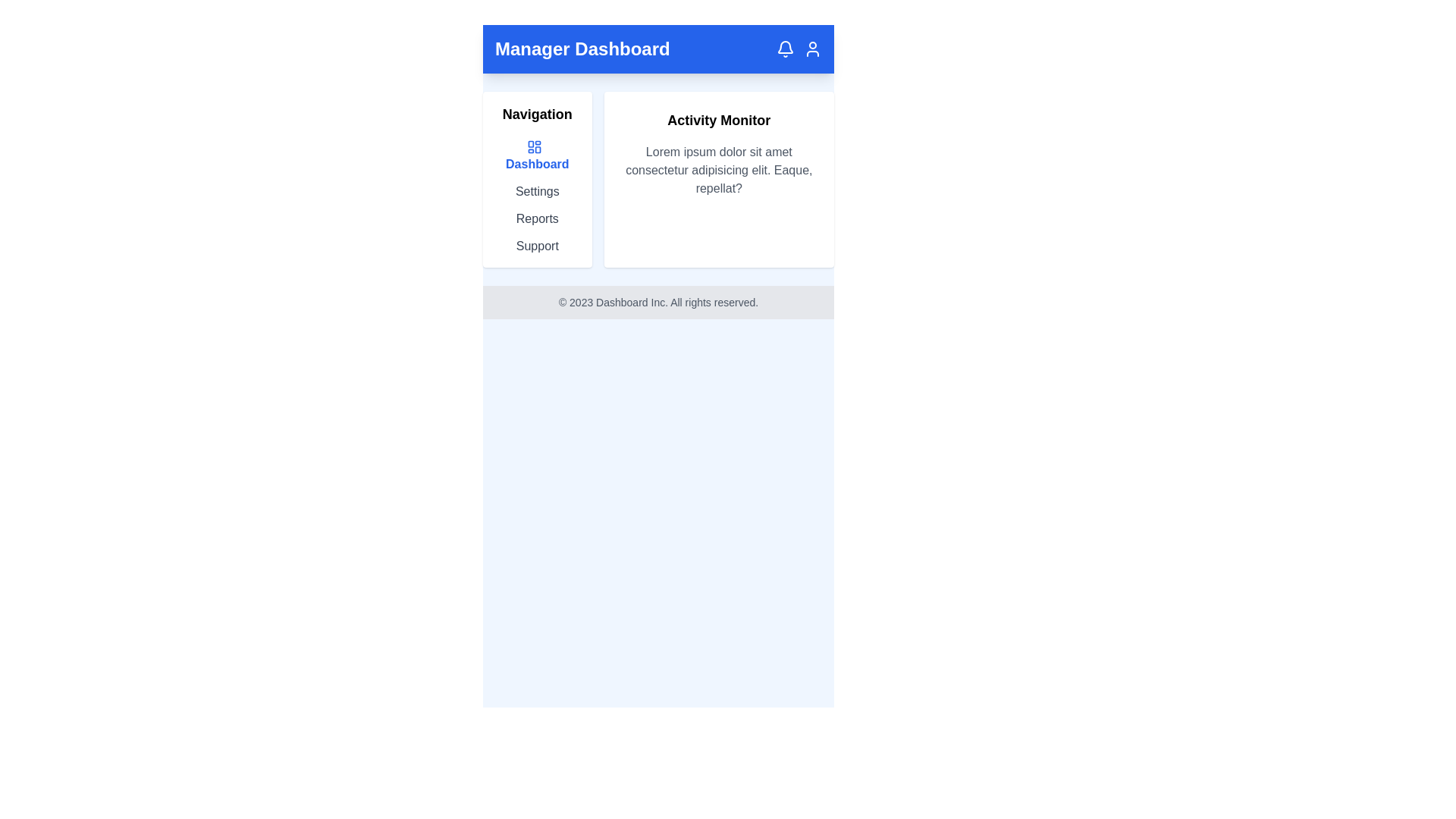 The height and width of the screenshot is (819, 1456). Describe the element at coordinates (537, 155) in the screenshot. I see `the 'Dashboard' navigation link, which is styled in bold blue font and is the first option in the vertical navigation column` at that location.